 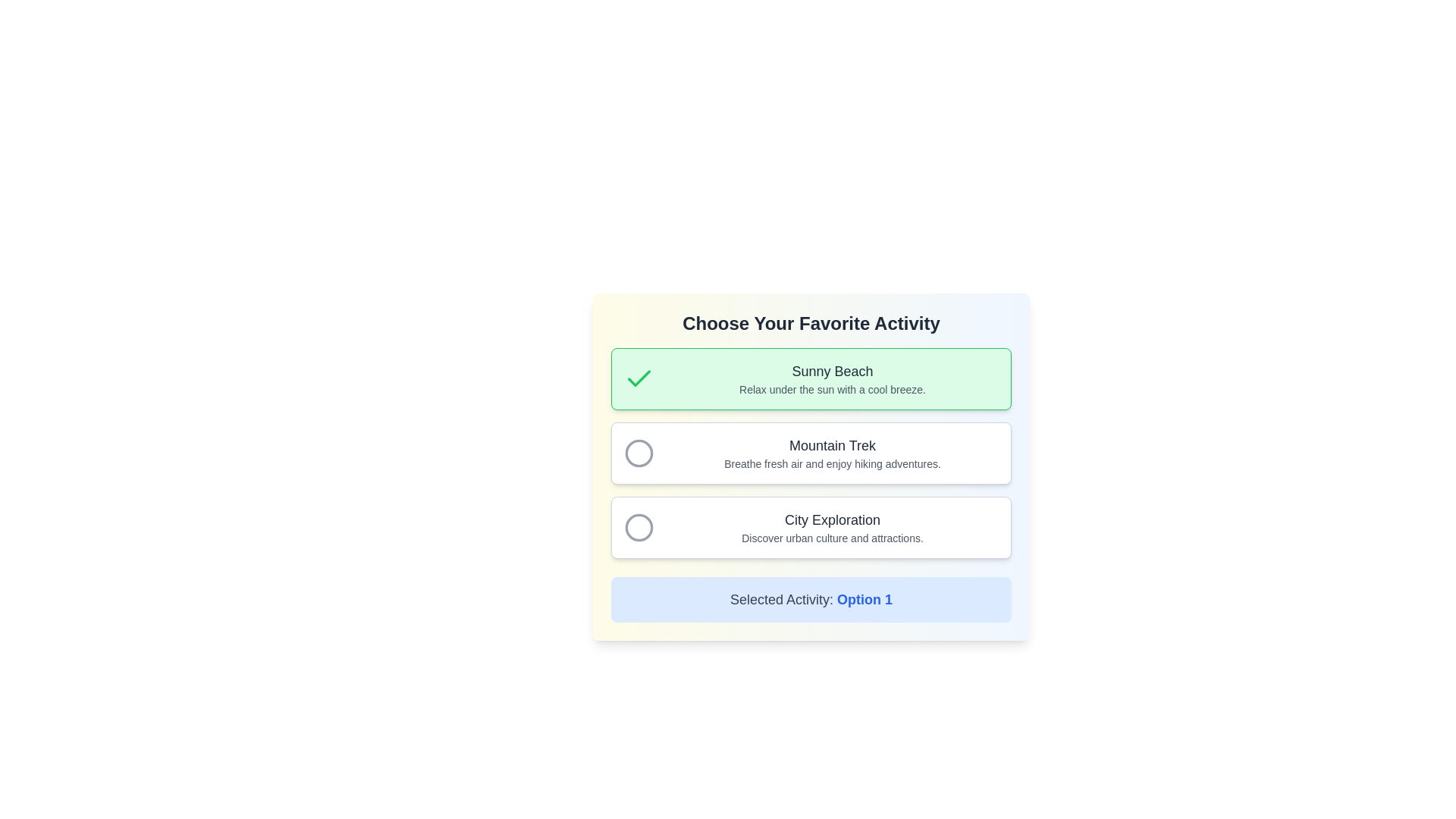 What do you see at coordinates (639, 452) in the screenshot?
I see `the selectable icon, which is a circle with a light-gray border located in the second selection option titled 'Mountain Trek'` at bounding box center [639, 452].